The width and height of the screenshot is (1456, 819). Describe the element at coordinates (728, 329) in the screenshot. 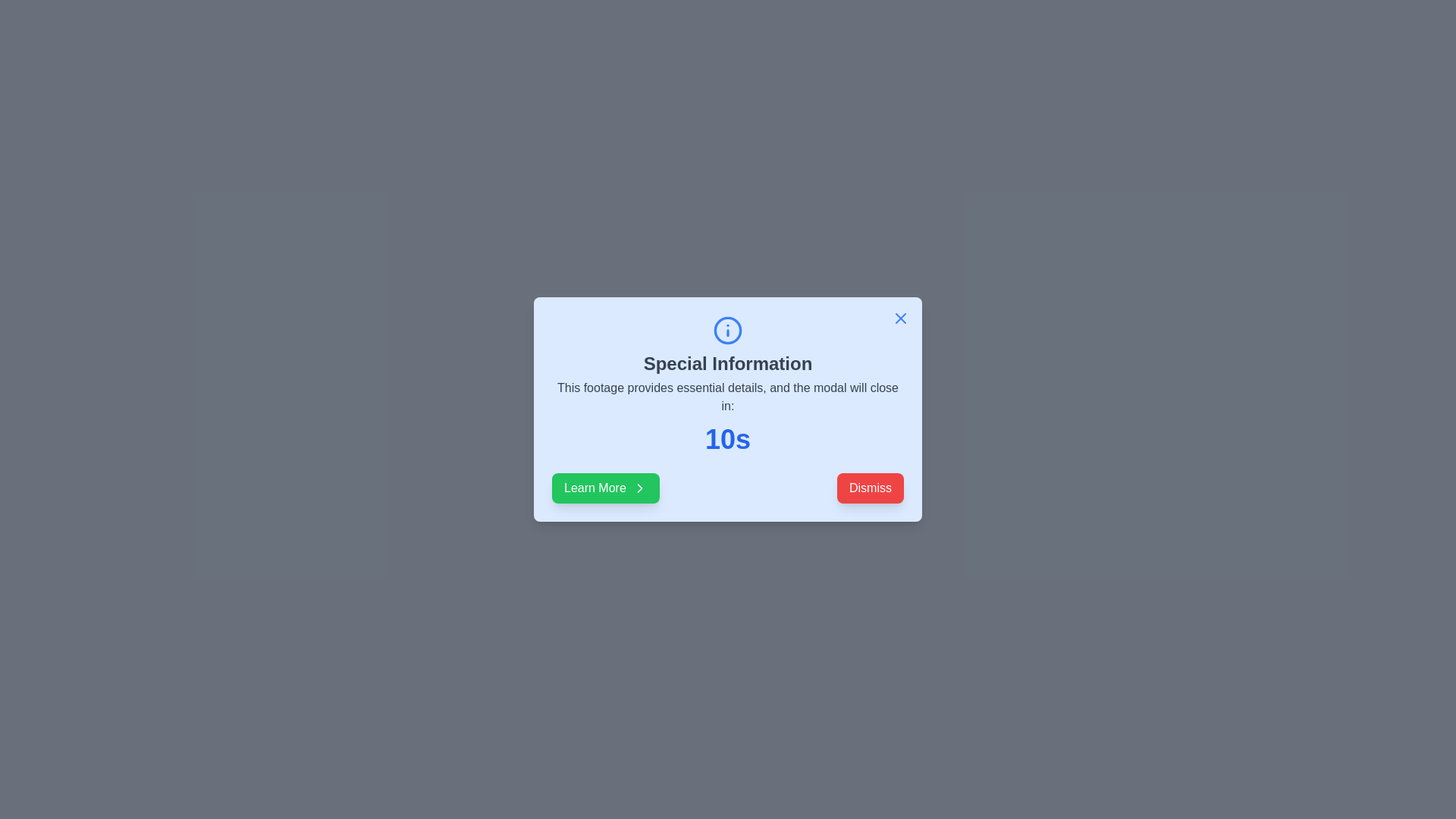

I see `the circular outline of the information icon, which is styled with a blue stroke and located at the top of the modal dialog box` at that location.